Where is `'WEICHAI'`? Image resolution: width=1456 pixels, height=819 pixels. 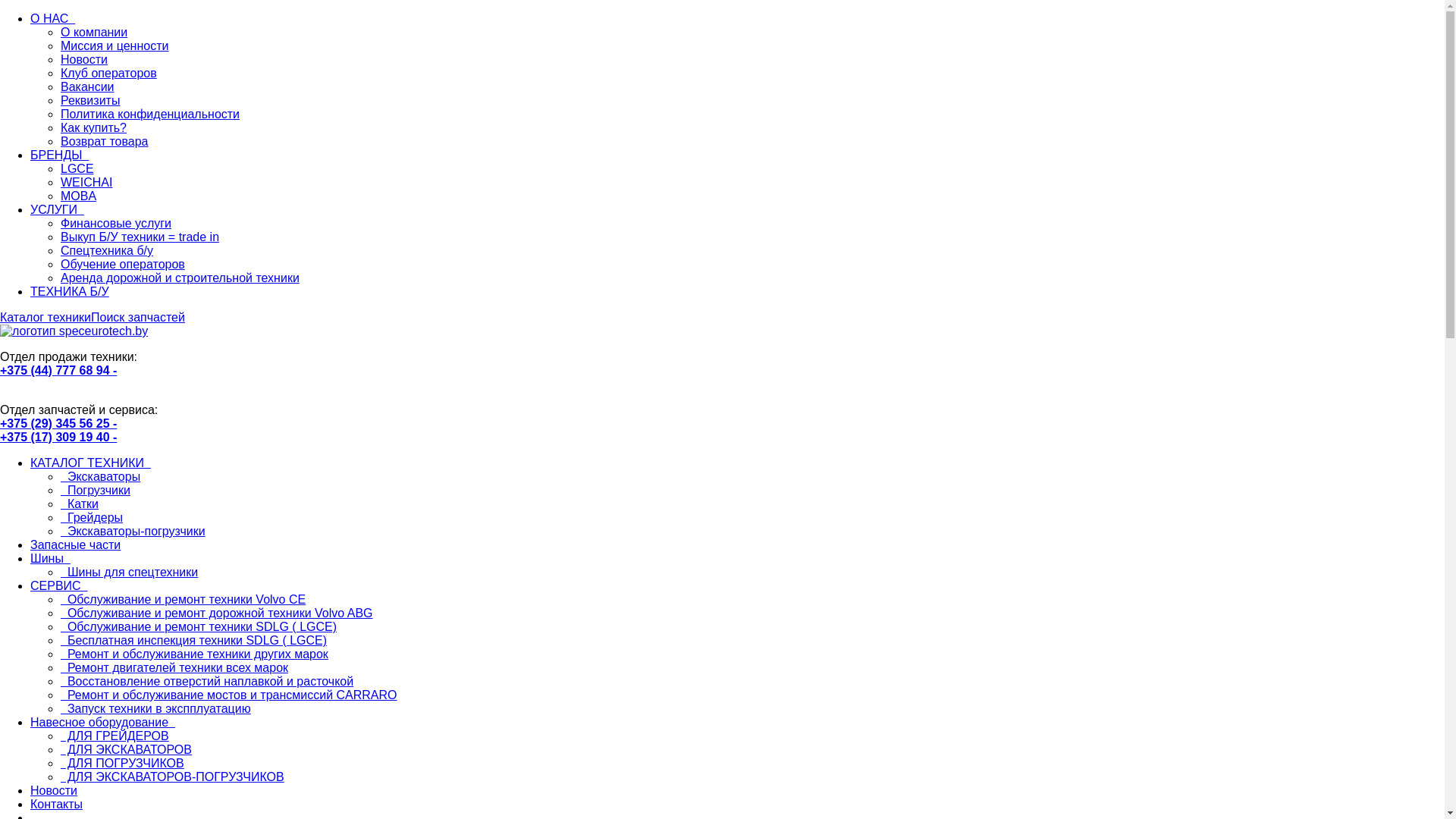
'WEICHAI' is located at coordinates (61, 181).